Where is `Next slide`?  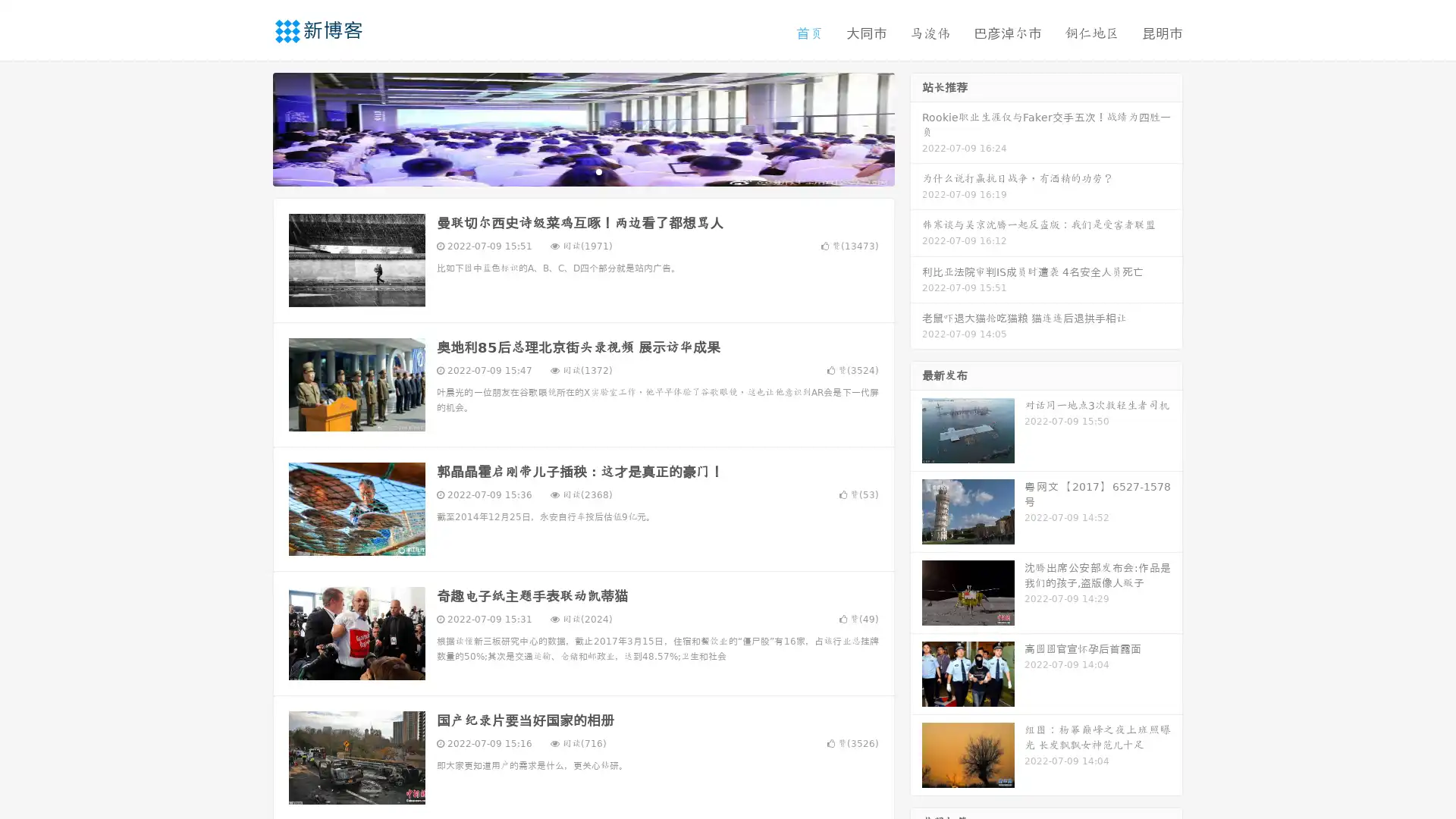
Next slide is located at coordinates (916, 127).